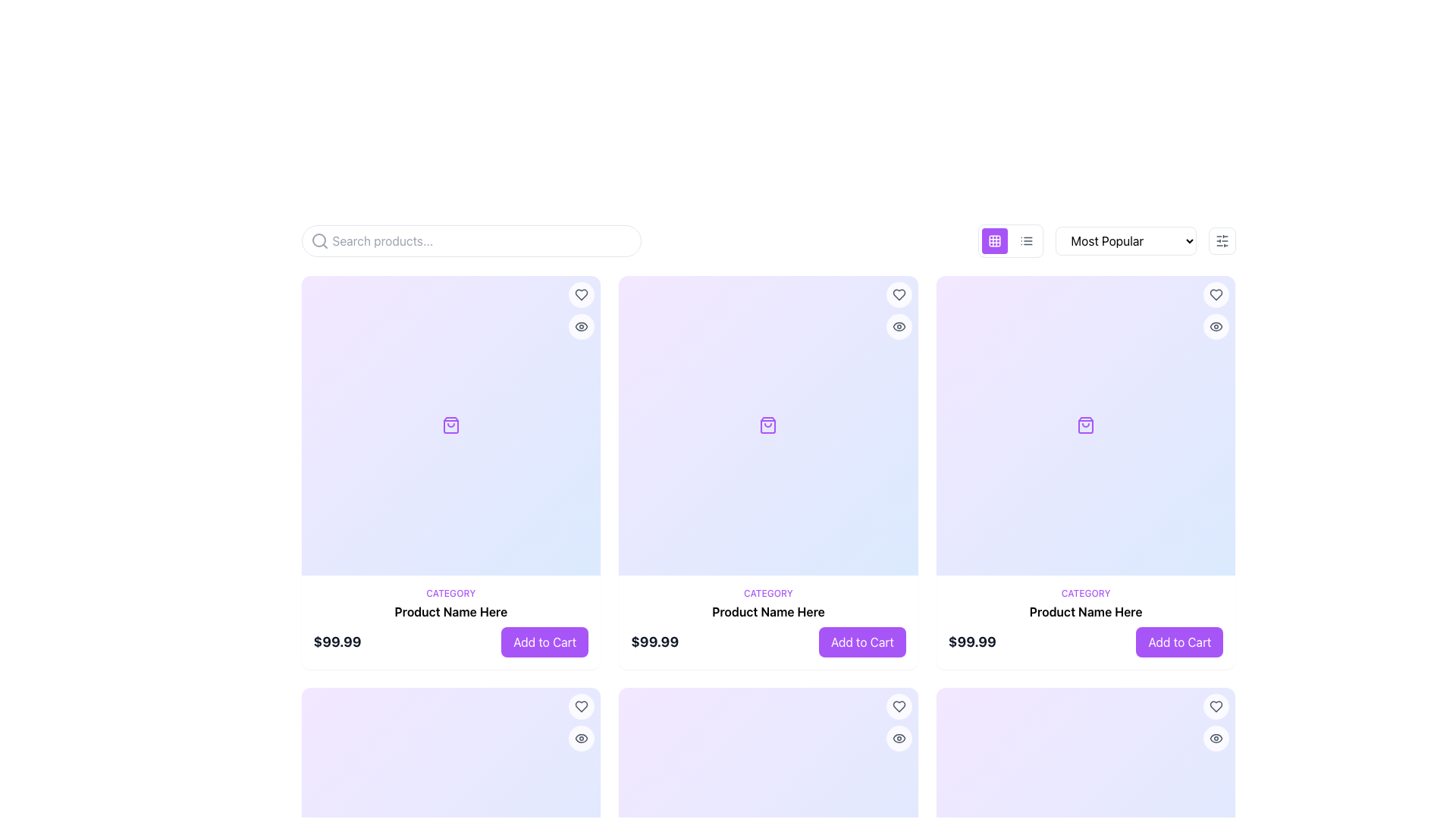  What do you see at coordinates (899, 295) in the screenshot?
I see `the circular button with a white background and dark heart icon at the top-right corner of the second product card to mark the product as a favorite` at bounding box center [899, 295].